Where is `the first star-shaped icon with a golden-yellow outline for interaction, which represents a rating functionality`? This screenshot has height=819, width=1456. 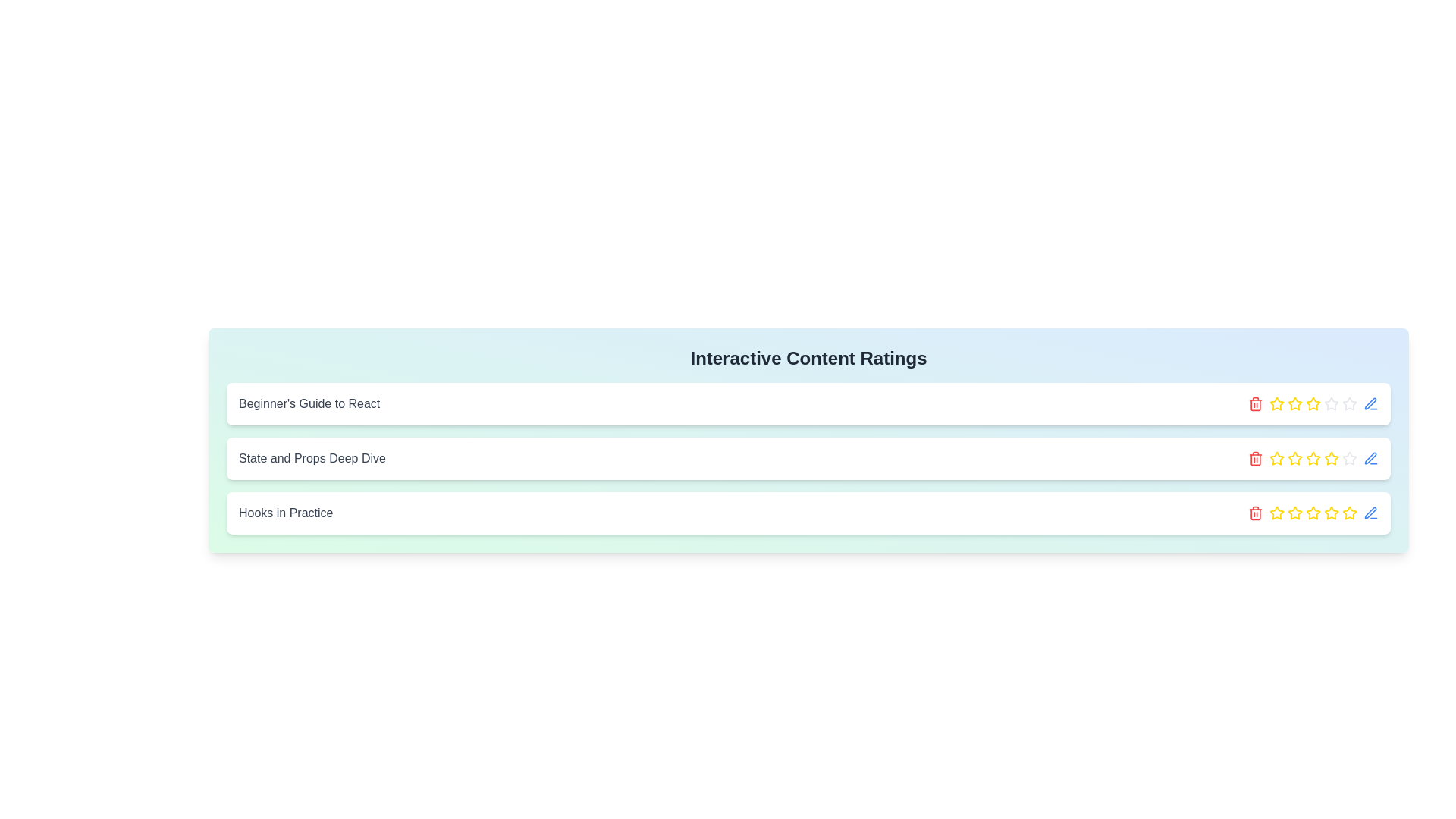
the first star-shaped icon with a golden-yellow outline for interaction, which represents a rating functionality is located at coordinates (1276, 513).